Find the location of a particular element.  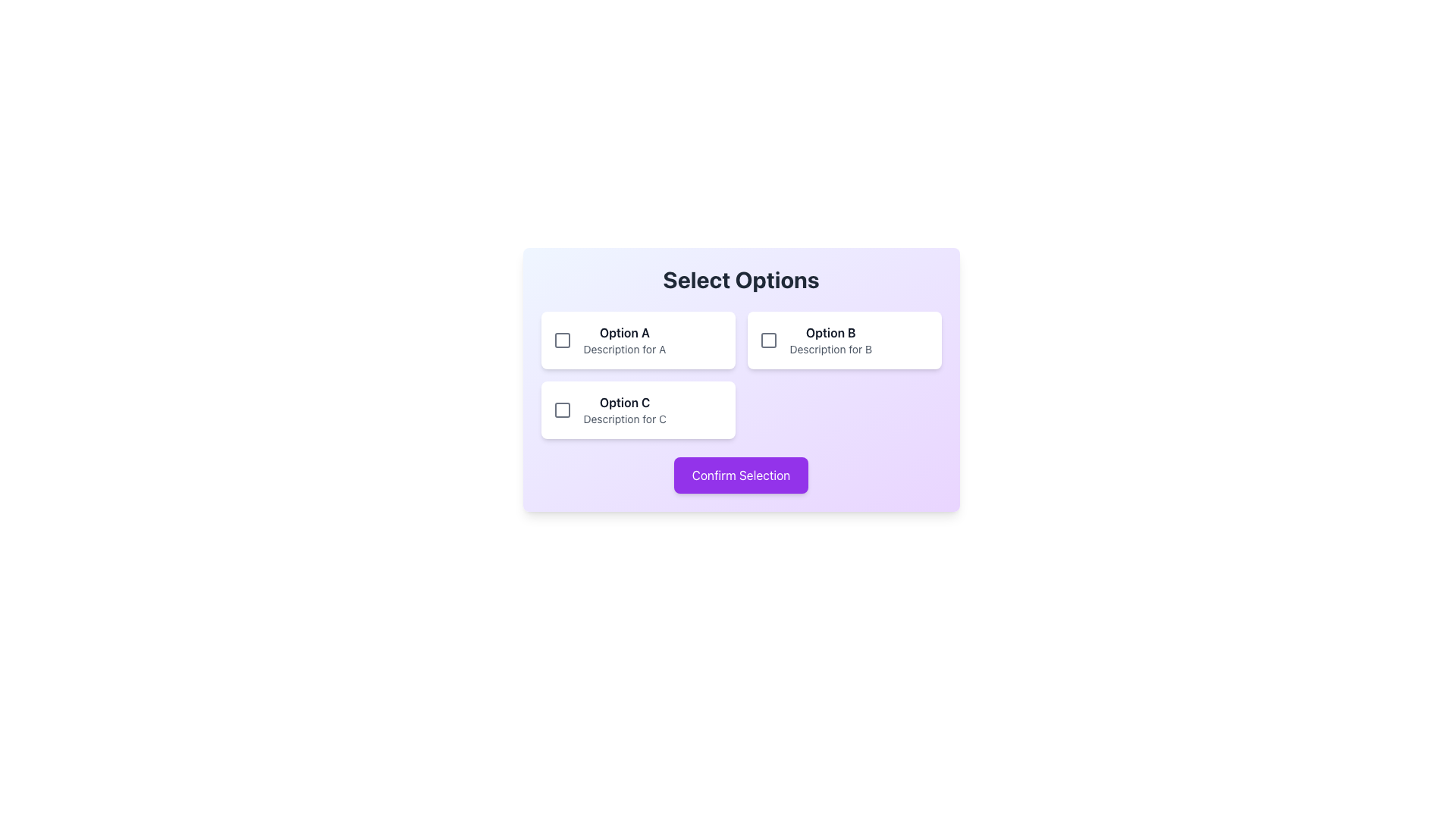

the SVG graphical element that visually represents the checked or unchecked state of the checkbox, located to the right of the 'Option B' label is located at coordinates (768, 339).